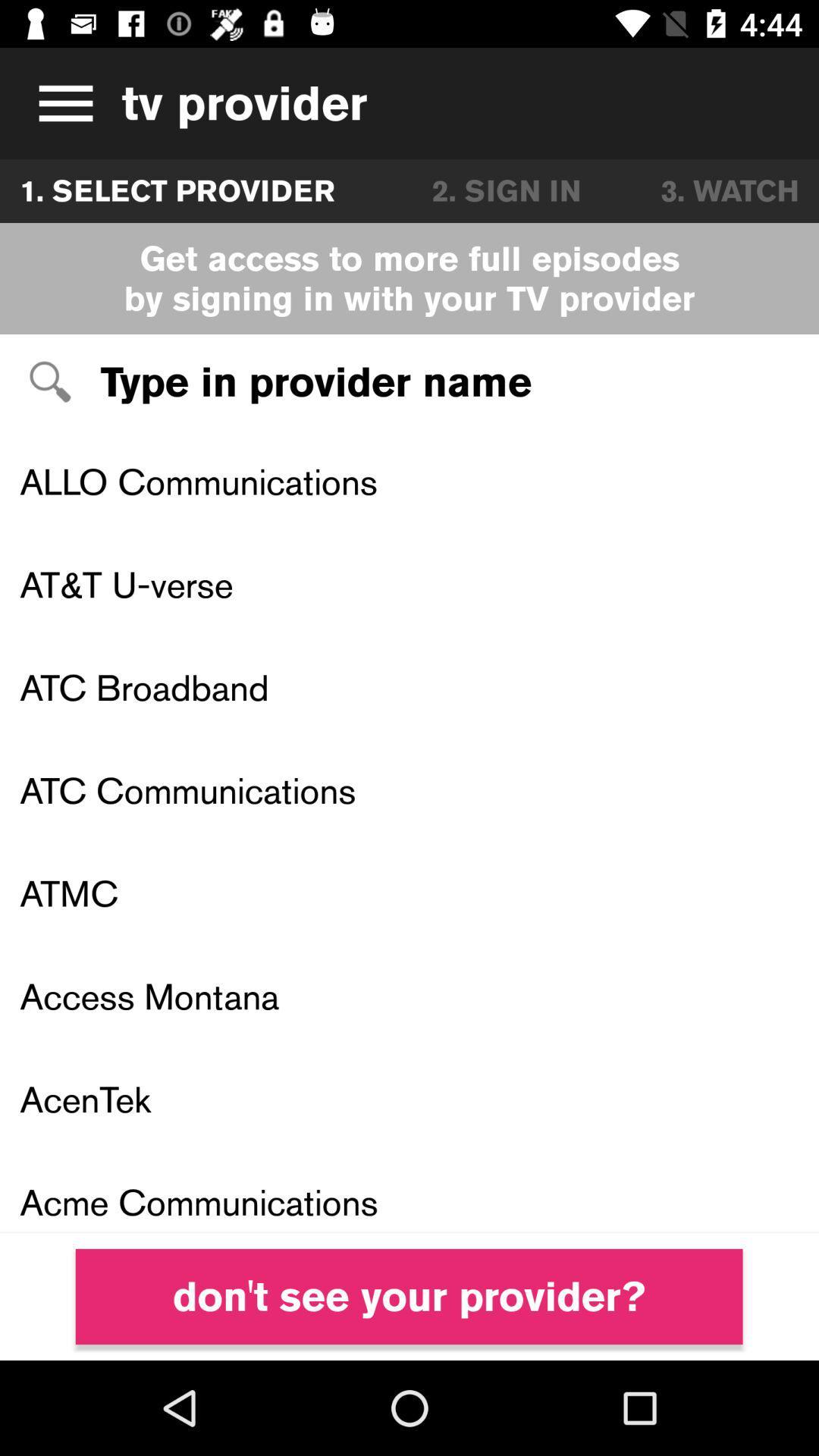 The height and width of the screenshot is (1456, 819). What do you see at coordinates (409, 686) in the screenshot?
I see `item below at t u item` at bounding box center [409, 686].